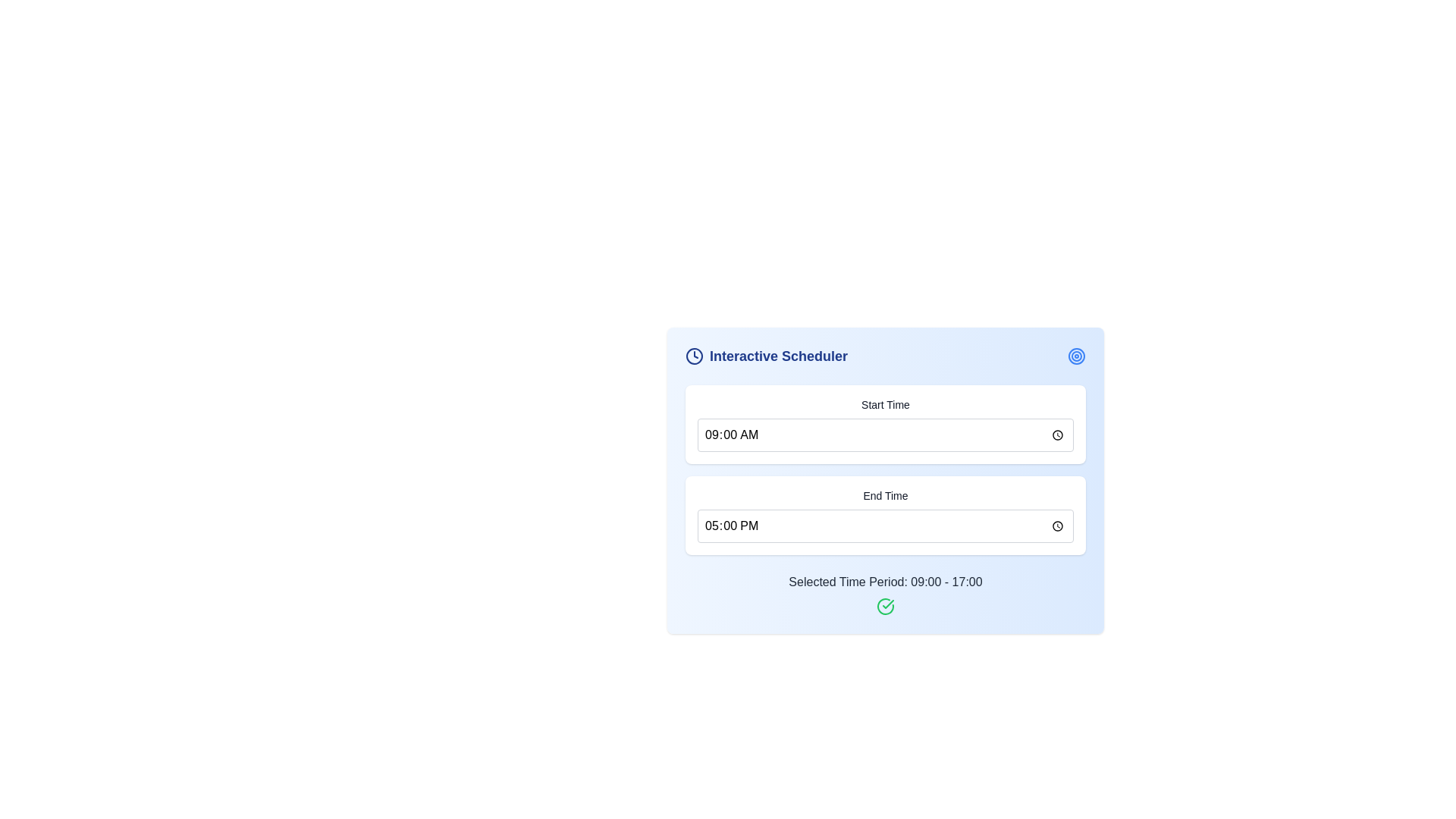 This screenshot has width=1456, height=819. Describe the element at coordinates (888, 604) in the screenshot. I see `the Decorative Icon indicating confirmation for the selected time period '09:00 - 17:00' for accessibility purposes` at that location.